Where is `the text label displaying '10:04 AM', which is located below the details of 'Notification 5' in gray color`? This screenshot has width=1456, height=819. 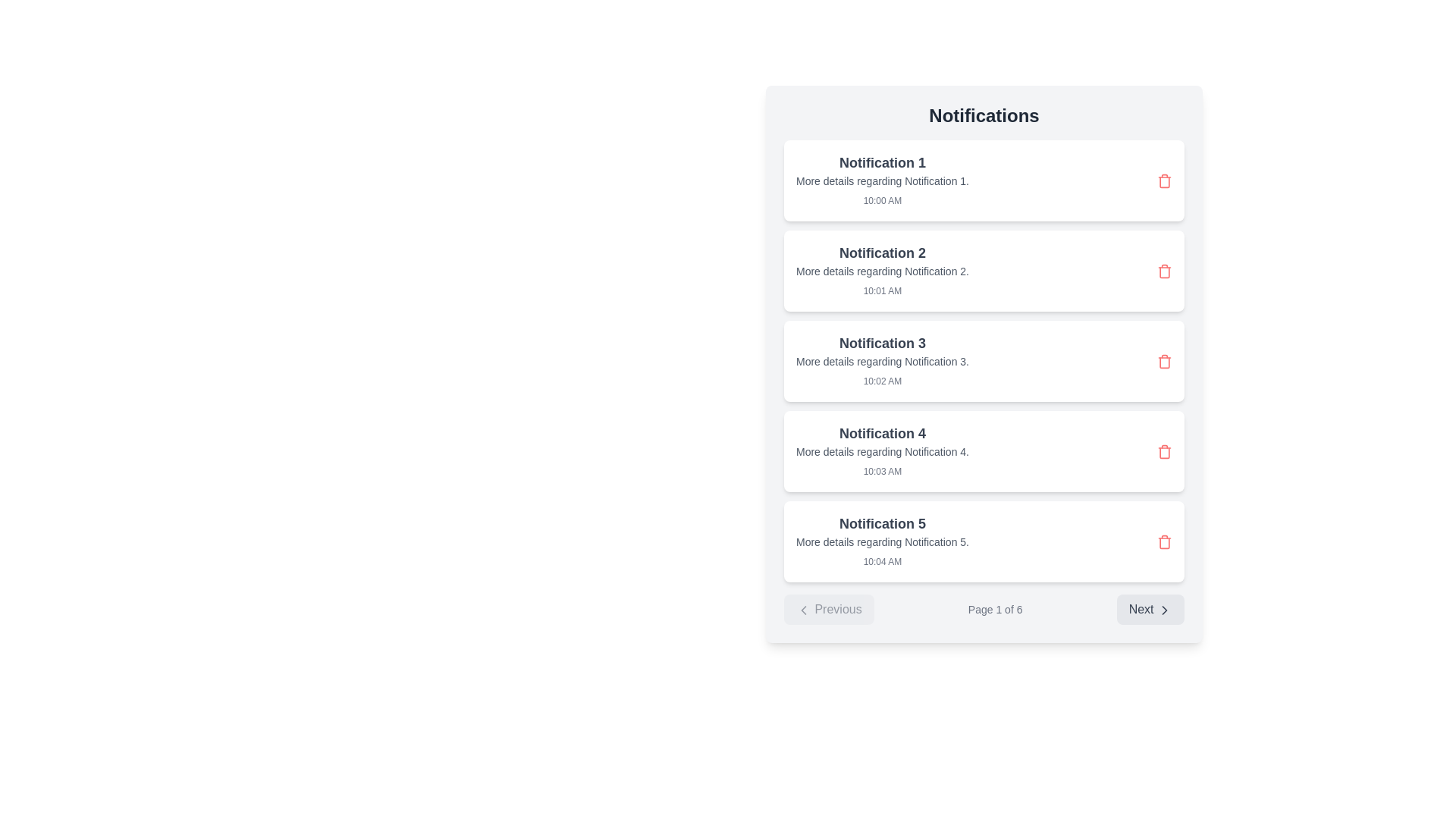 the text label displaying '10:04 AM', which is located below the details of 'Notification 5' in gray color is located at coordinates (883, 561).